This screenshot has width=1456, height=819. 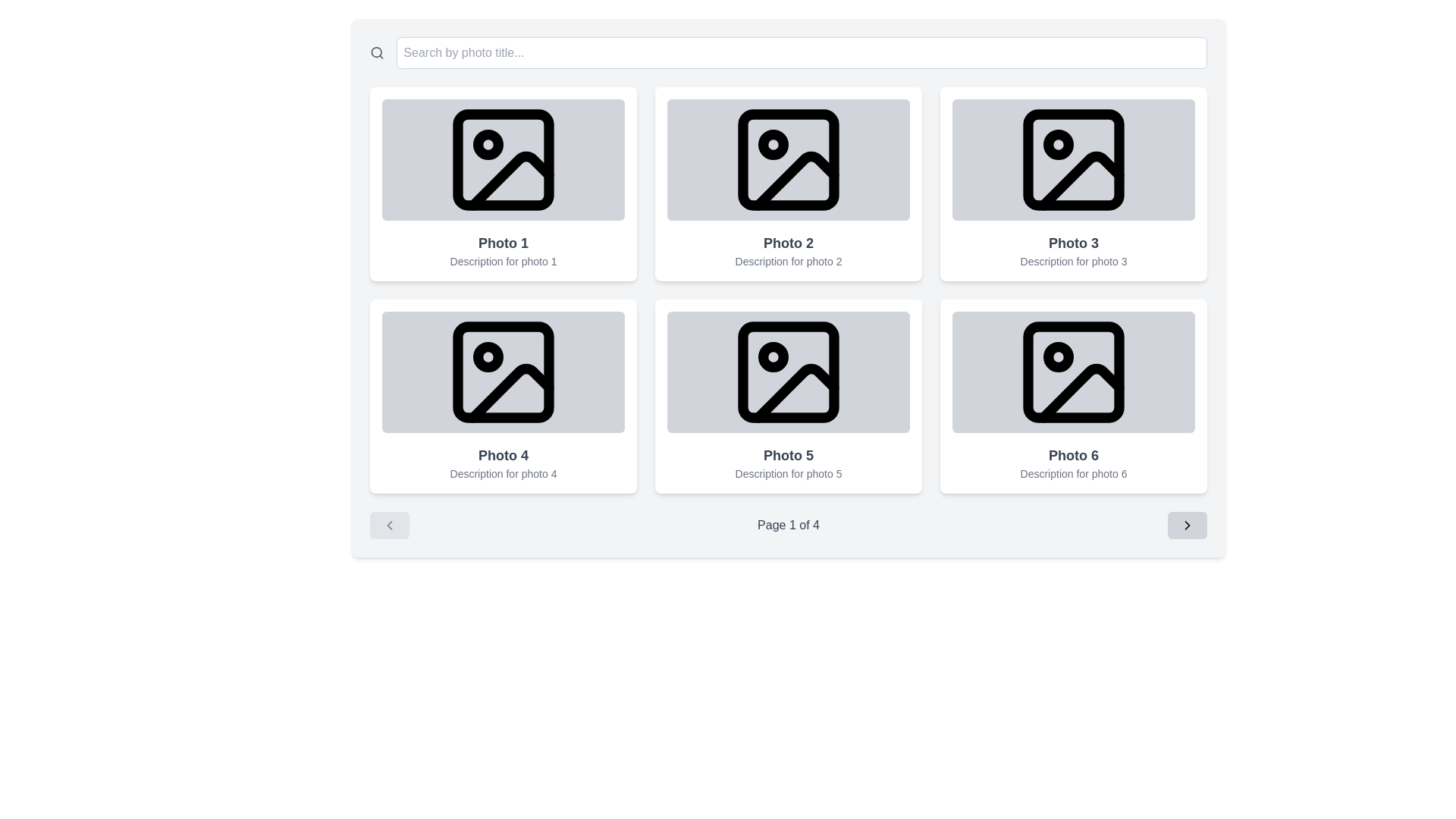 What do you see at coordinates (1186, 525) in the screenshot?
I see `the navigation icon located at the bottom-right corner of the main interface to proceed to the next page of content` at bounding box center [1186, 525].